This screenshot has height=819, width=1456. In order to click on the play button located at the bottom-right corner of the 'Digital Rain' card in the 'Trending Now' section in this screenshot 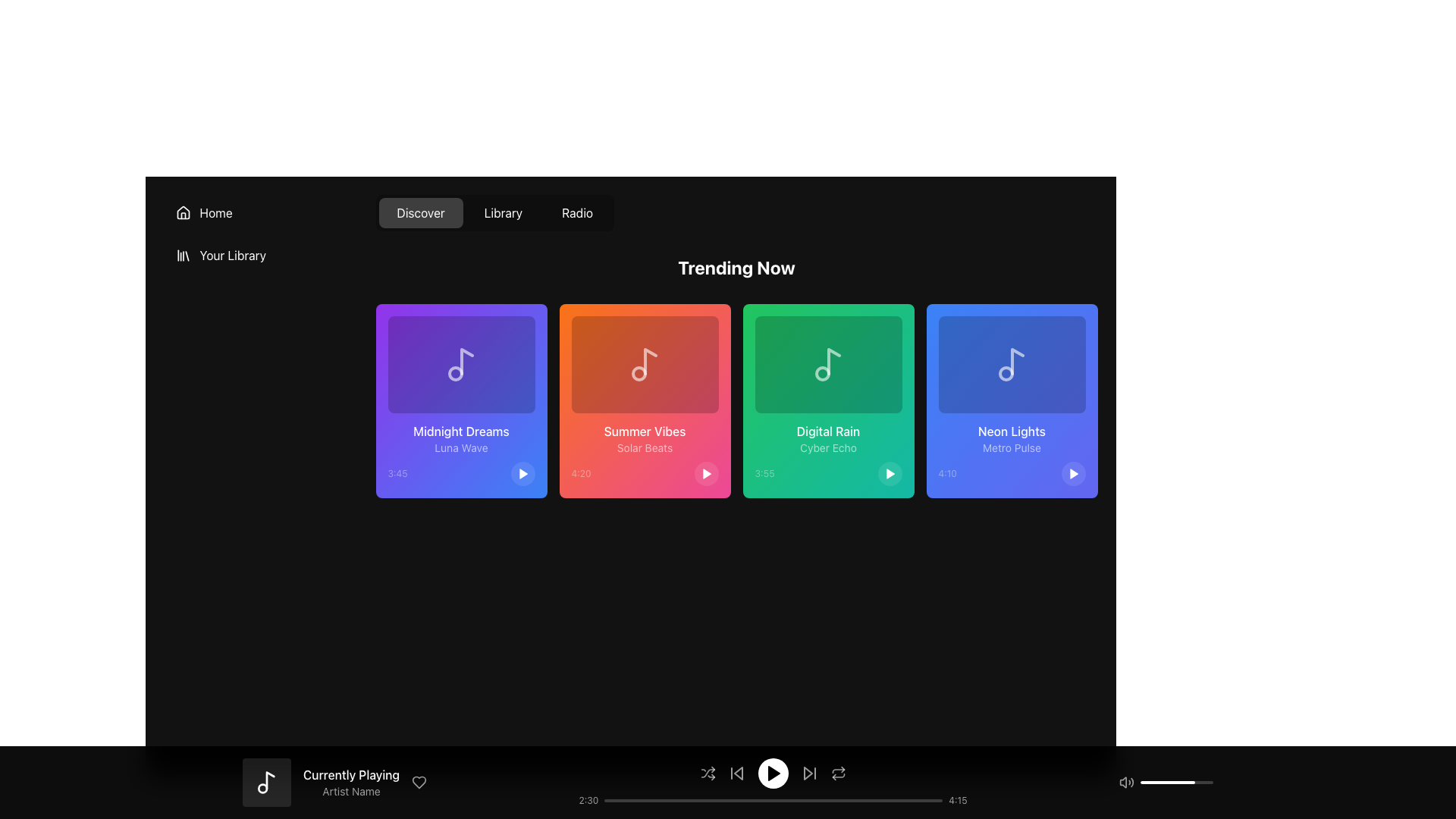, I will do `click(890, 472)`.